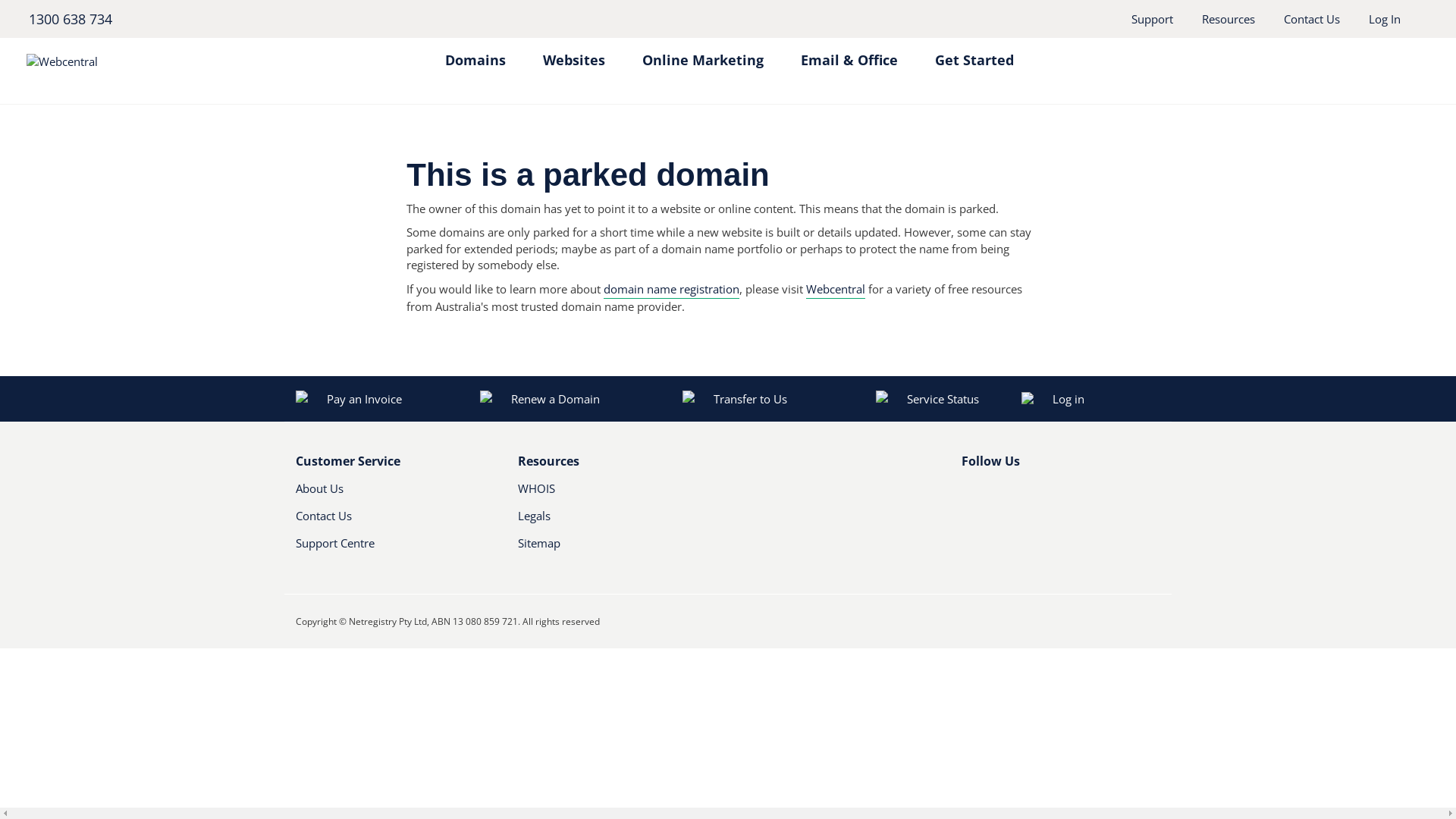  What do you see at coordinates (601, 494) in the screenshot?
I see `'WHOIS'` at bounding box center [601, 494].